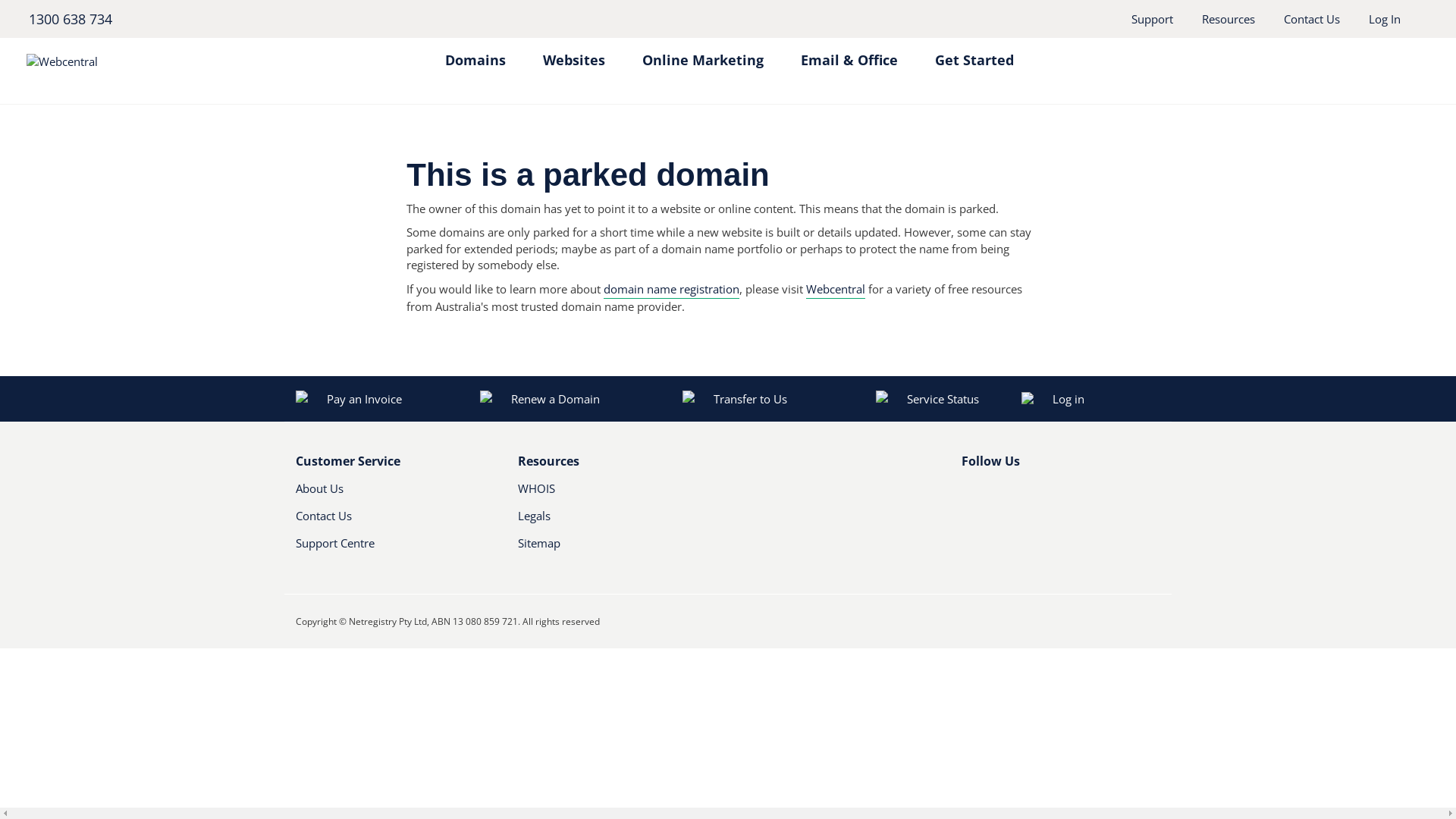  What do you see at coordinates (601, 494) in the screenshot?
I see `'WHOIS'` at bounding box center [601, 494].